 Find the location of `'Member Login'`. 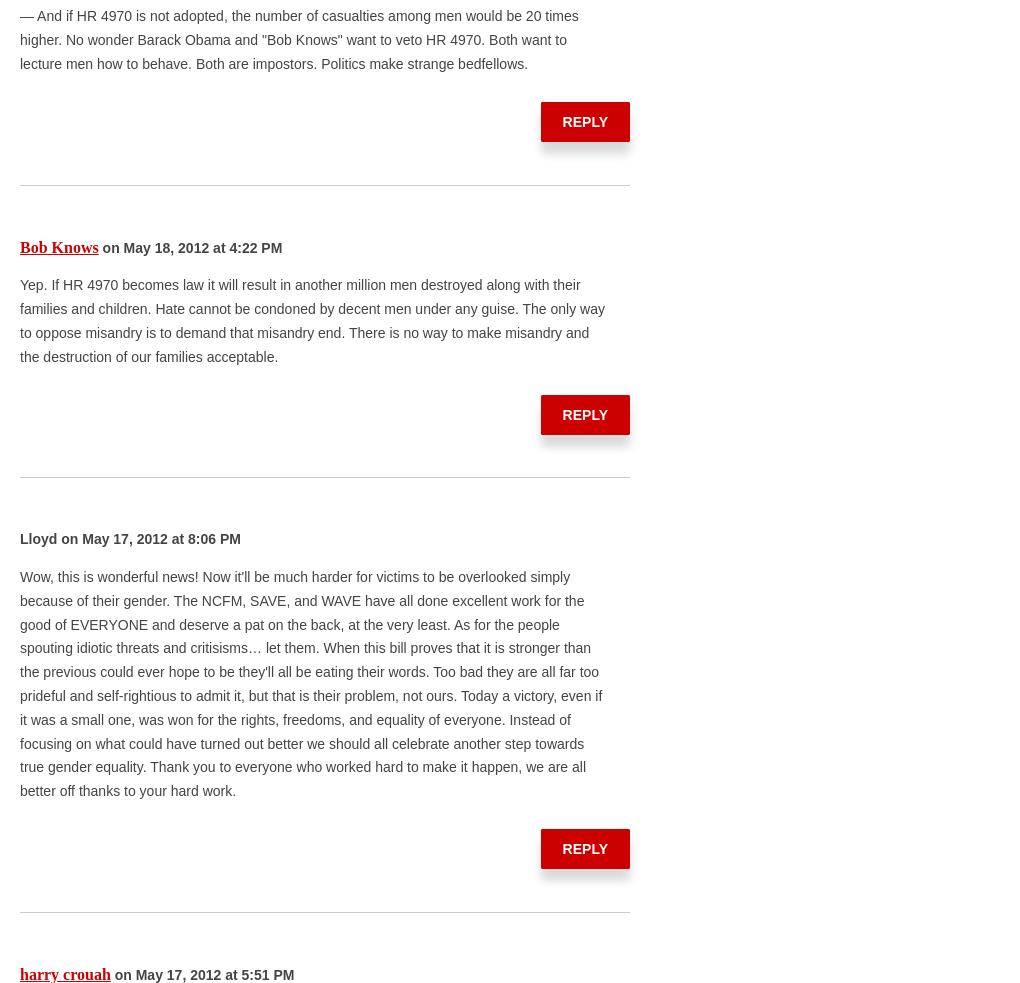

'Member Login' is located at coordinates (716, 469).